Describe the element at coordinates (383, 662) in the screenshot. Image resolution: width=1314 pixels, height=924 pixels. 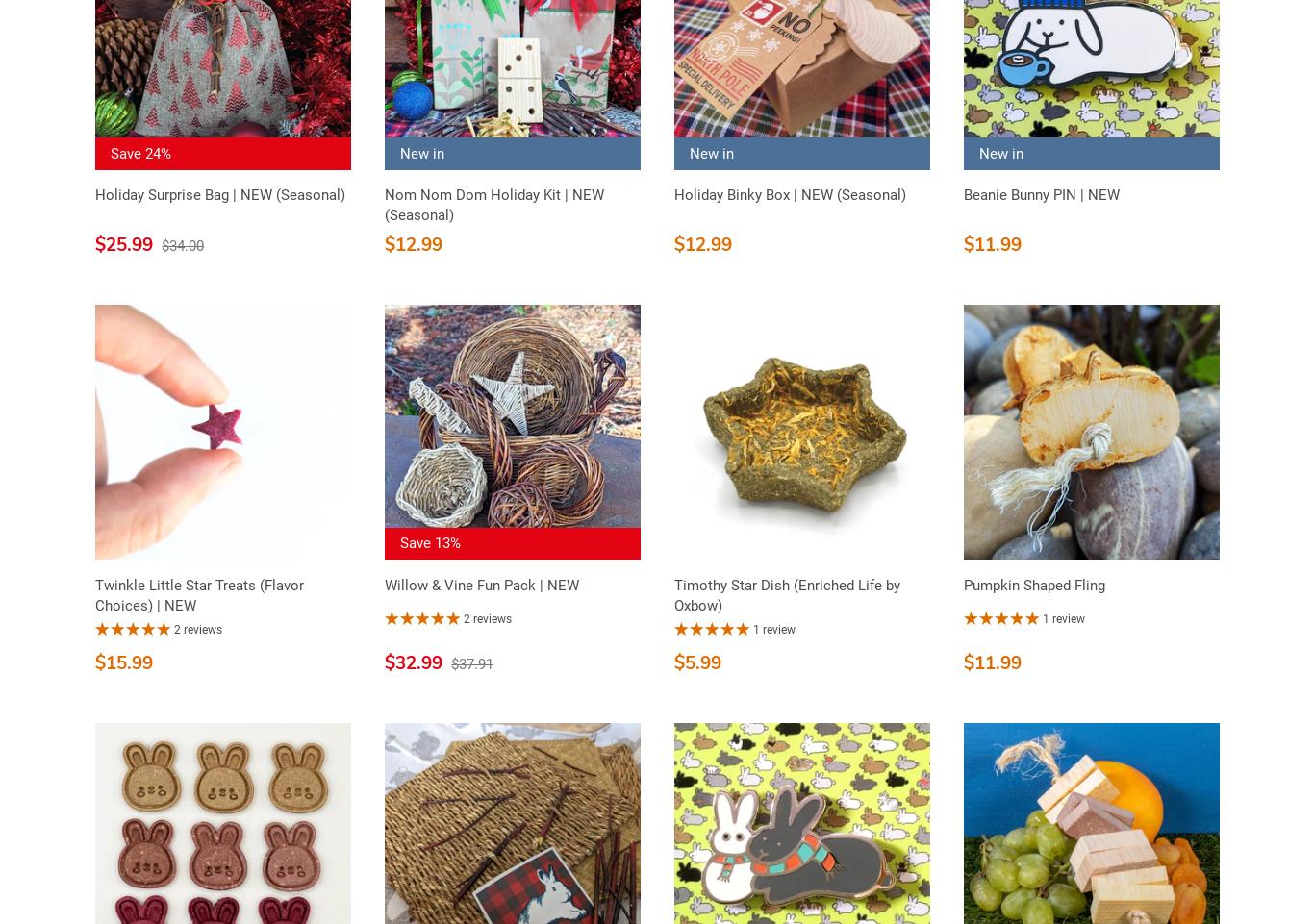
I see `'$32.99'` at that location.